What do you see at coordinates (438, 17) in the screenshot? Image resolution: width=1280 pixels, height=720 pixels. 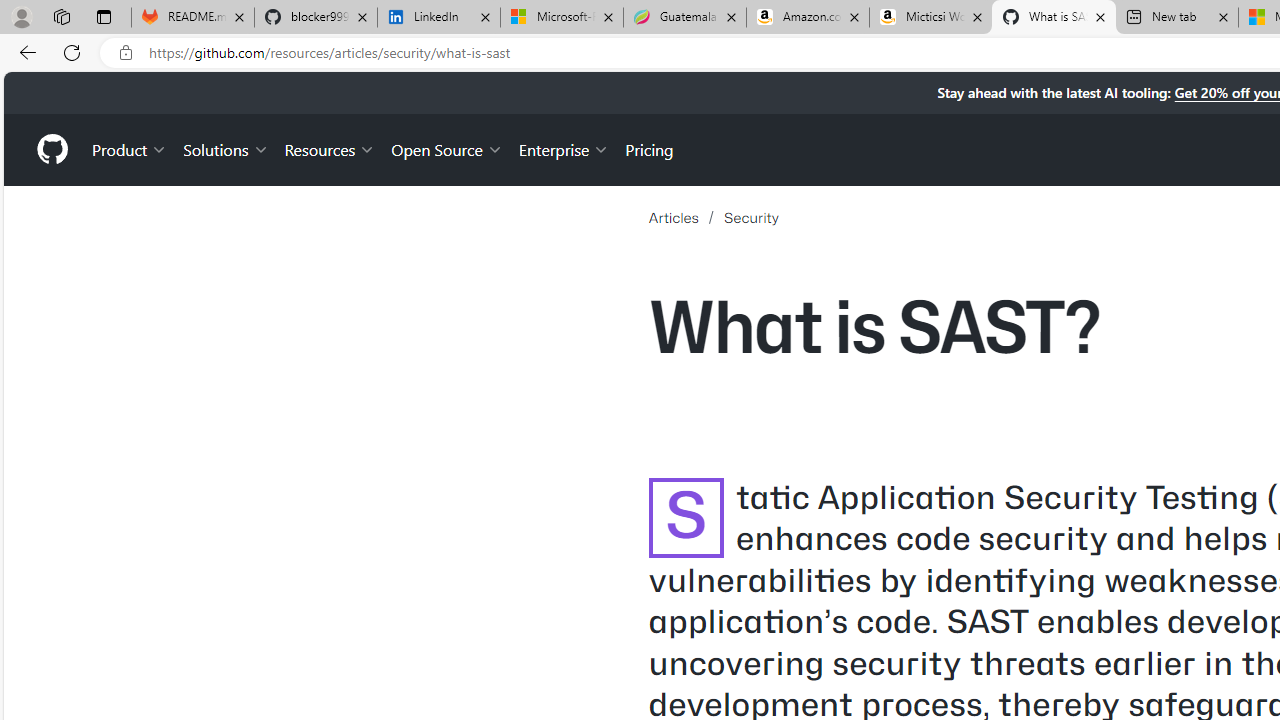 I see `'LinkedIn'` at bounding box center [438, 17].